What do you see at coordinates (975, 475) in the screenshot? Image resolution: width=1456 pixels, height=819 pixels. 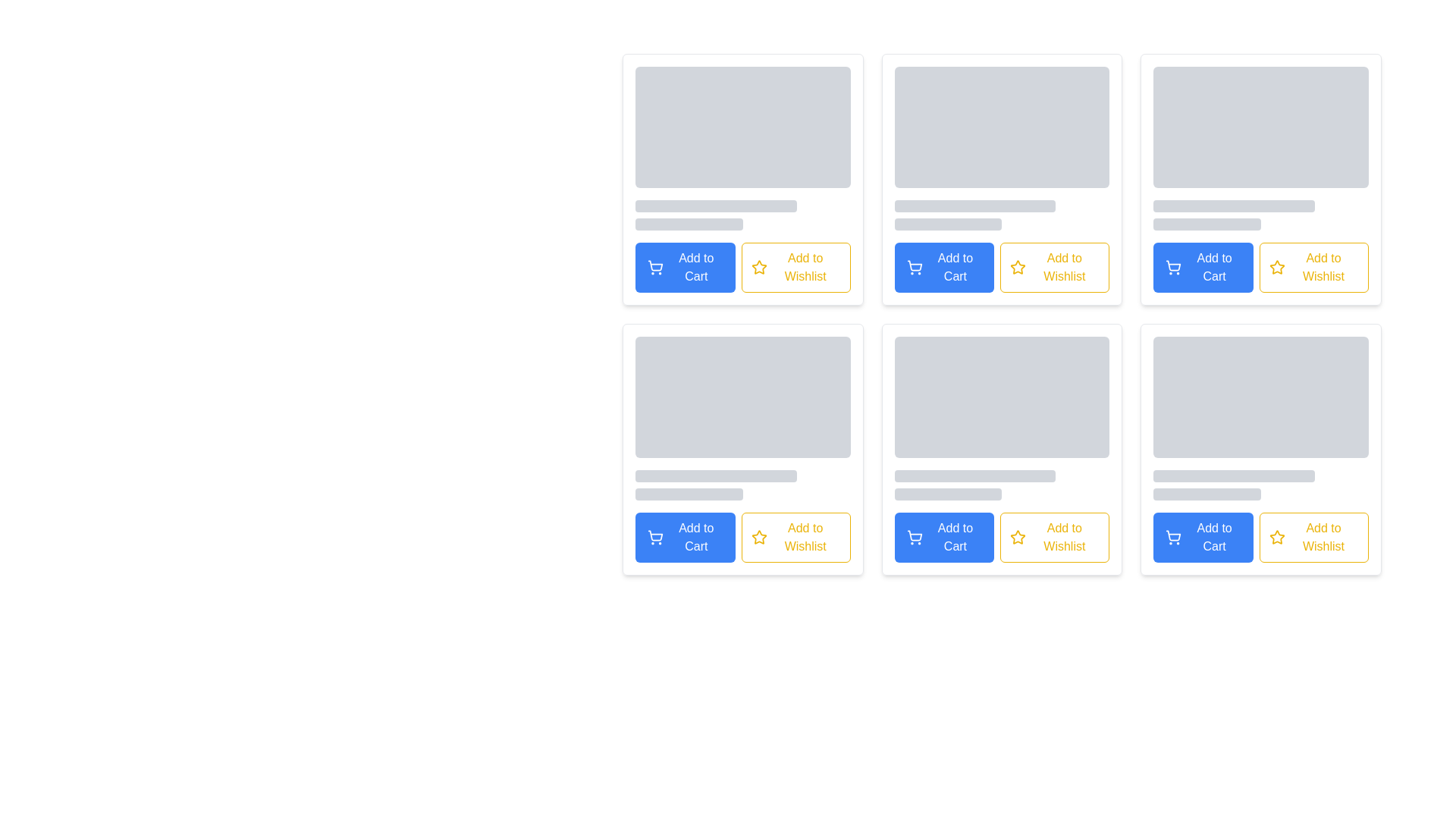 I see `the non-interactive placeholder bar that serves as a progress indication, located between a larger rectangular component and a shorter horizontal bar in the interface` at bounding box center [975, 475].